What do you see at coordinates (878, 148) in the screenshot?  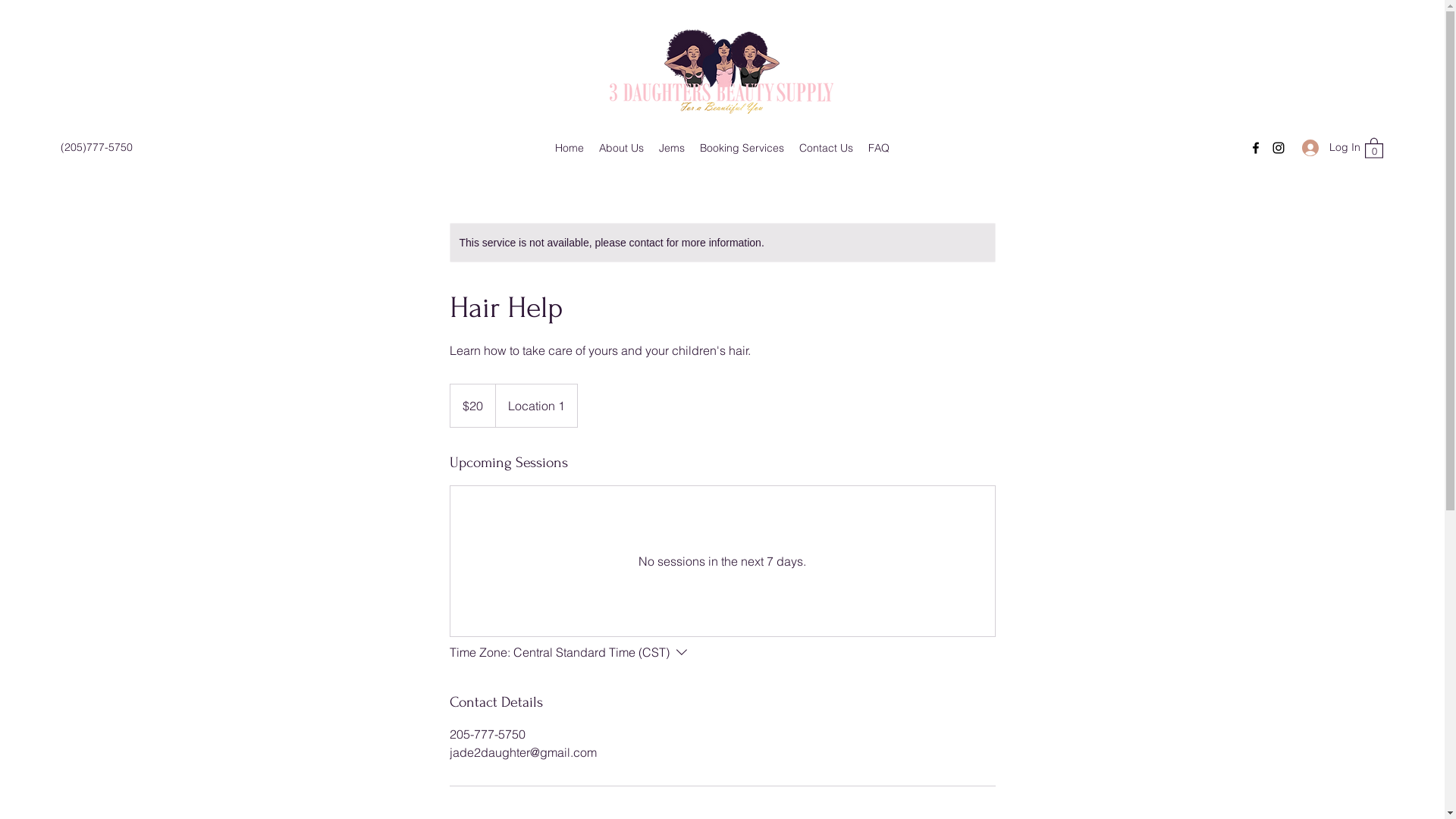 I see `'FAQ'` at bounding box center [878, 148].